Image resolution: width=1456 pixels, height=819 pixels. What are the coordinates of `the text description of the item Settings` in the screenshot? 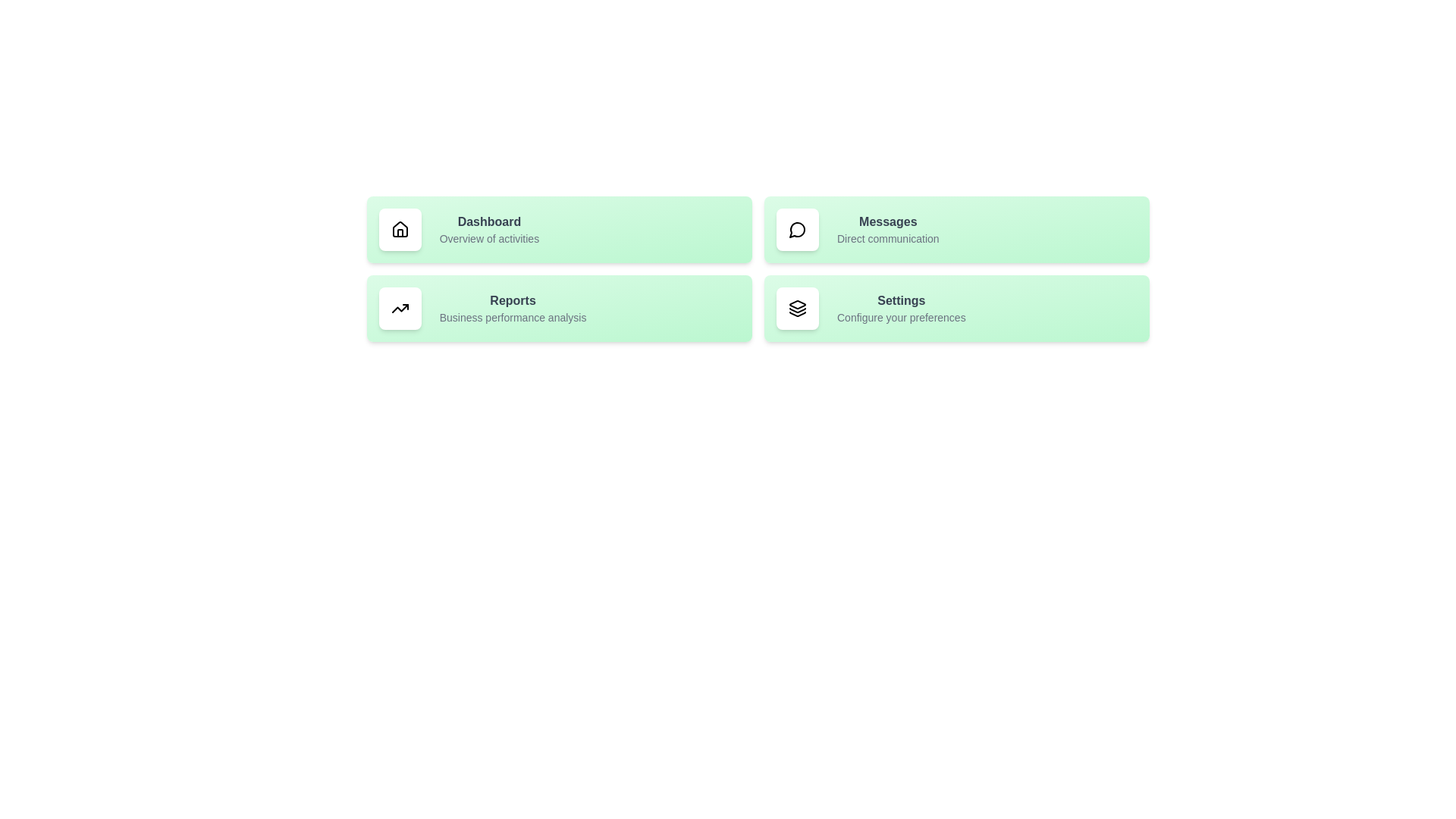 It's located at (888, 317).